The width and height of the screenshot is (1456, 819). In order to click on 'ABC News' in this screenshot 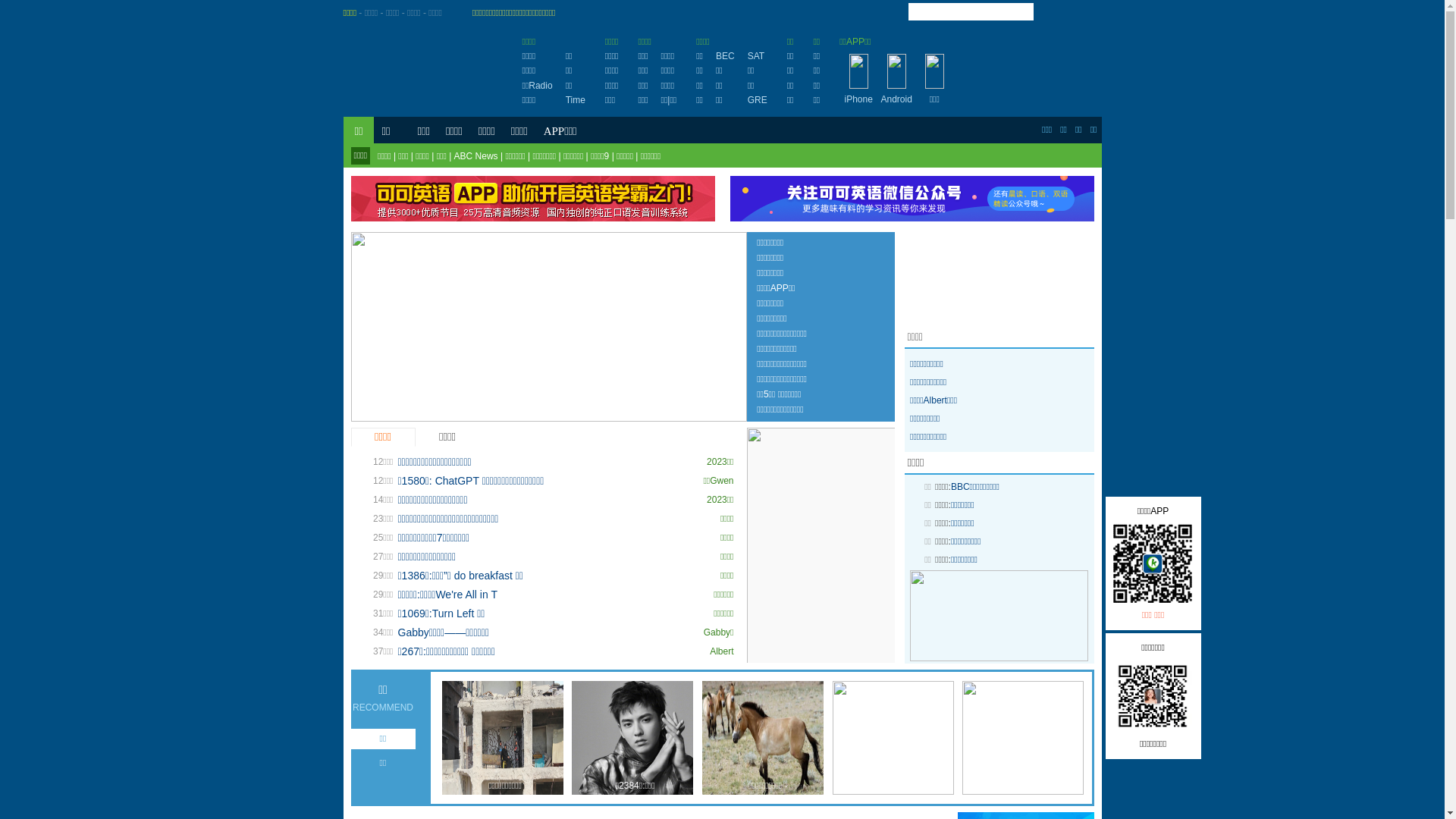, I will do `click(475, 155)`.